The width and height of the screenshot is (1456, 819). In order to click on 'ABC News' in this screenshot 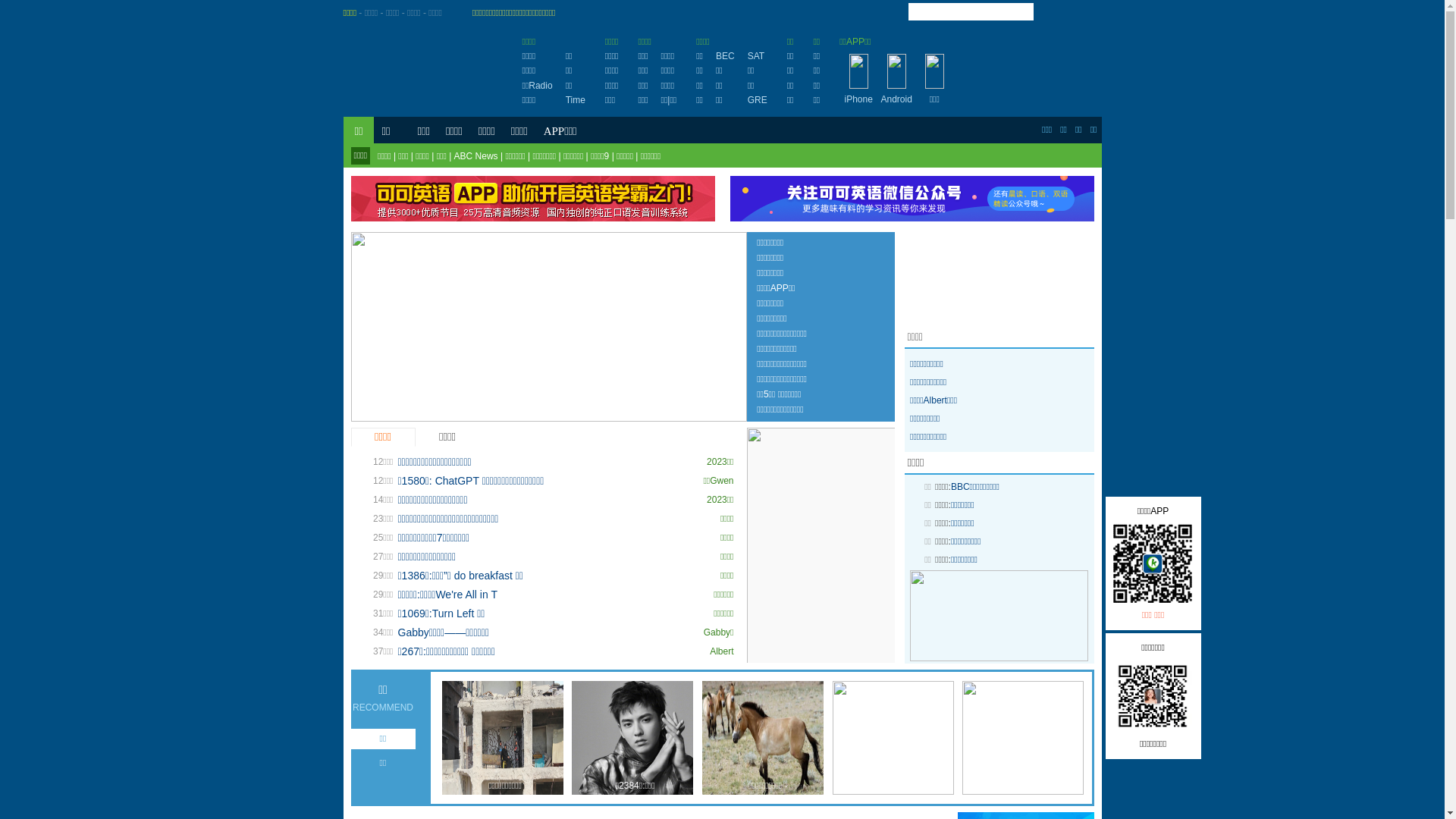, I will do `click(475, 155)`.